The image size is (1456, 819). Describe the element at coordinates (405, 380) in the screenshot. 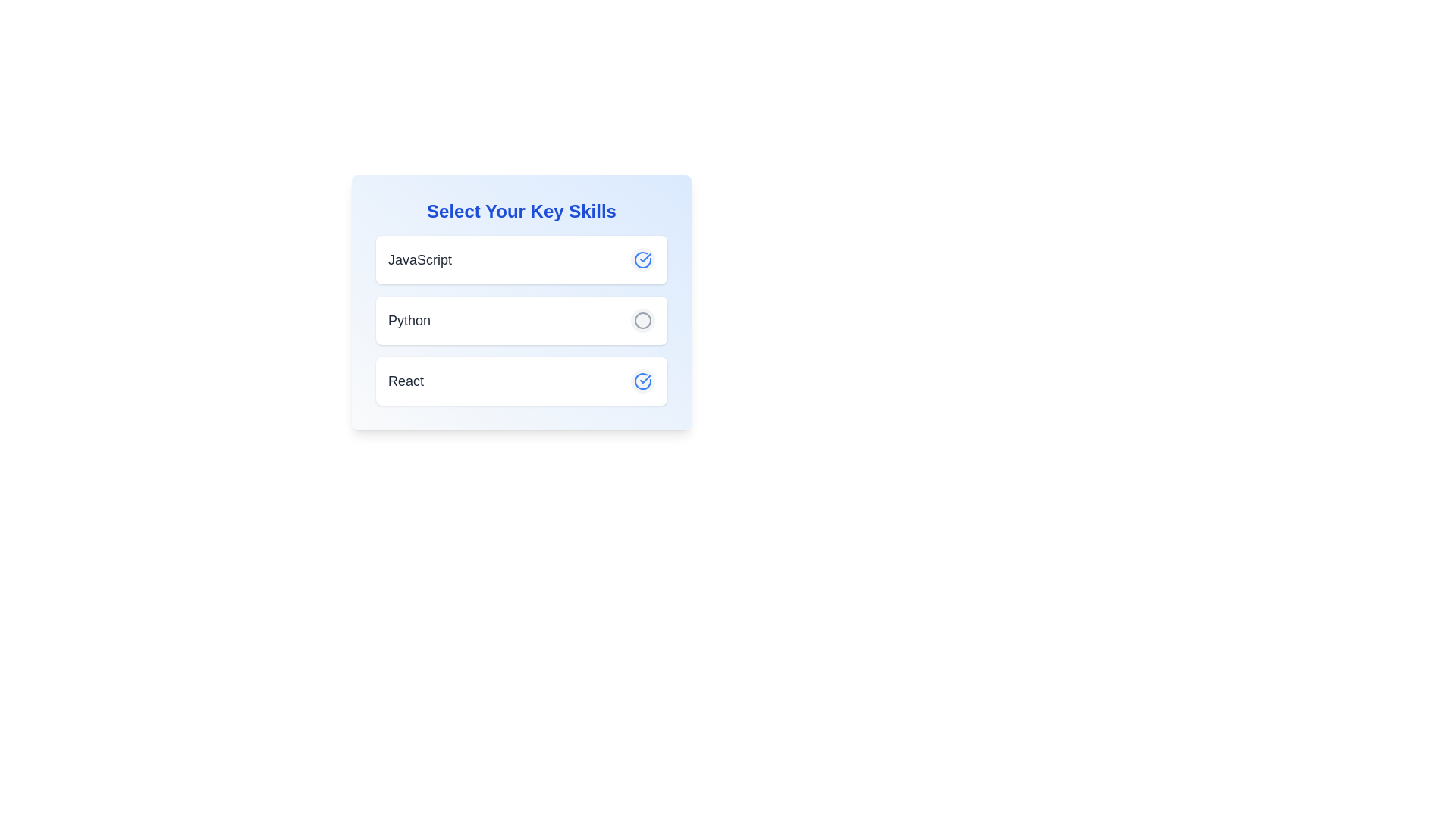

I see `the label of the skill React in the skill list` at that location.